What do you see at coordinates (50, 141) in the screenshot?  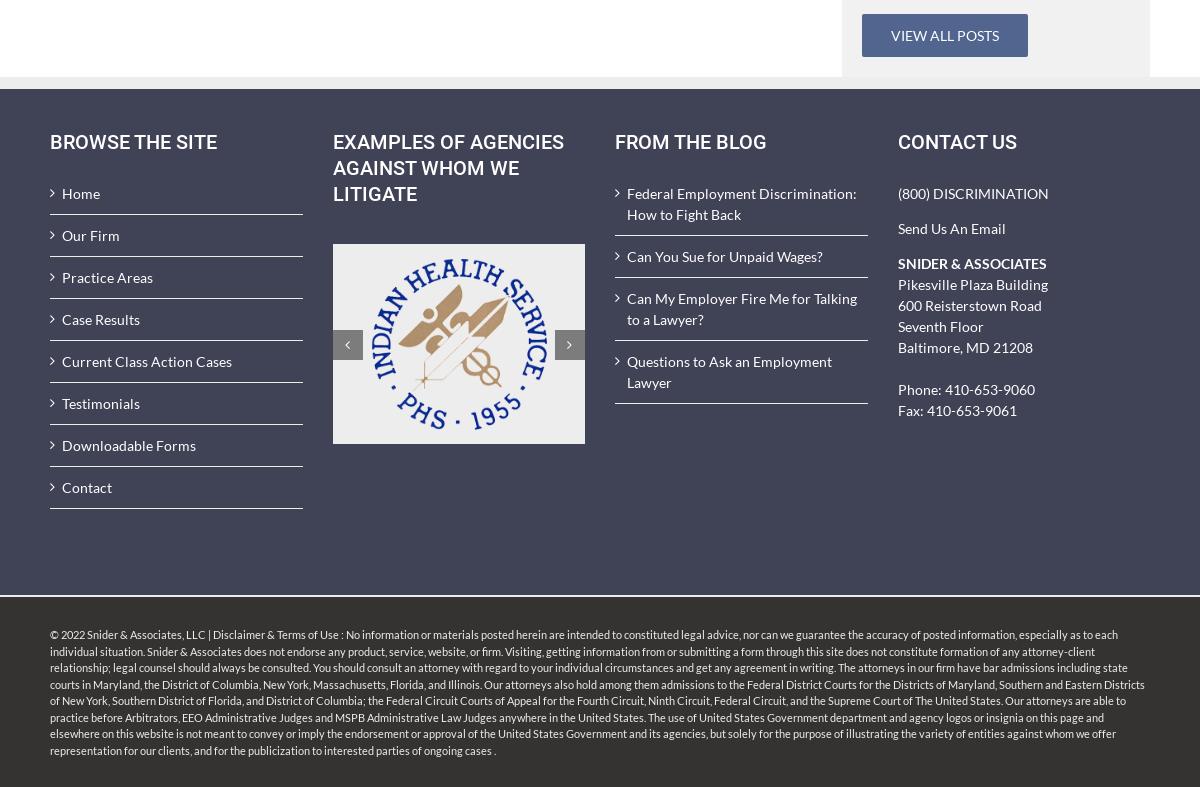 I see `'Browse The Site'` at bounding box center [50, 141].